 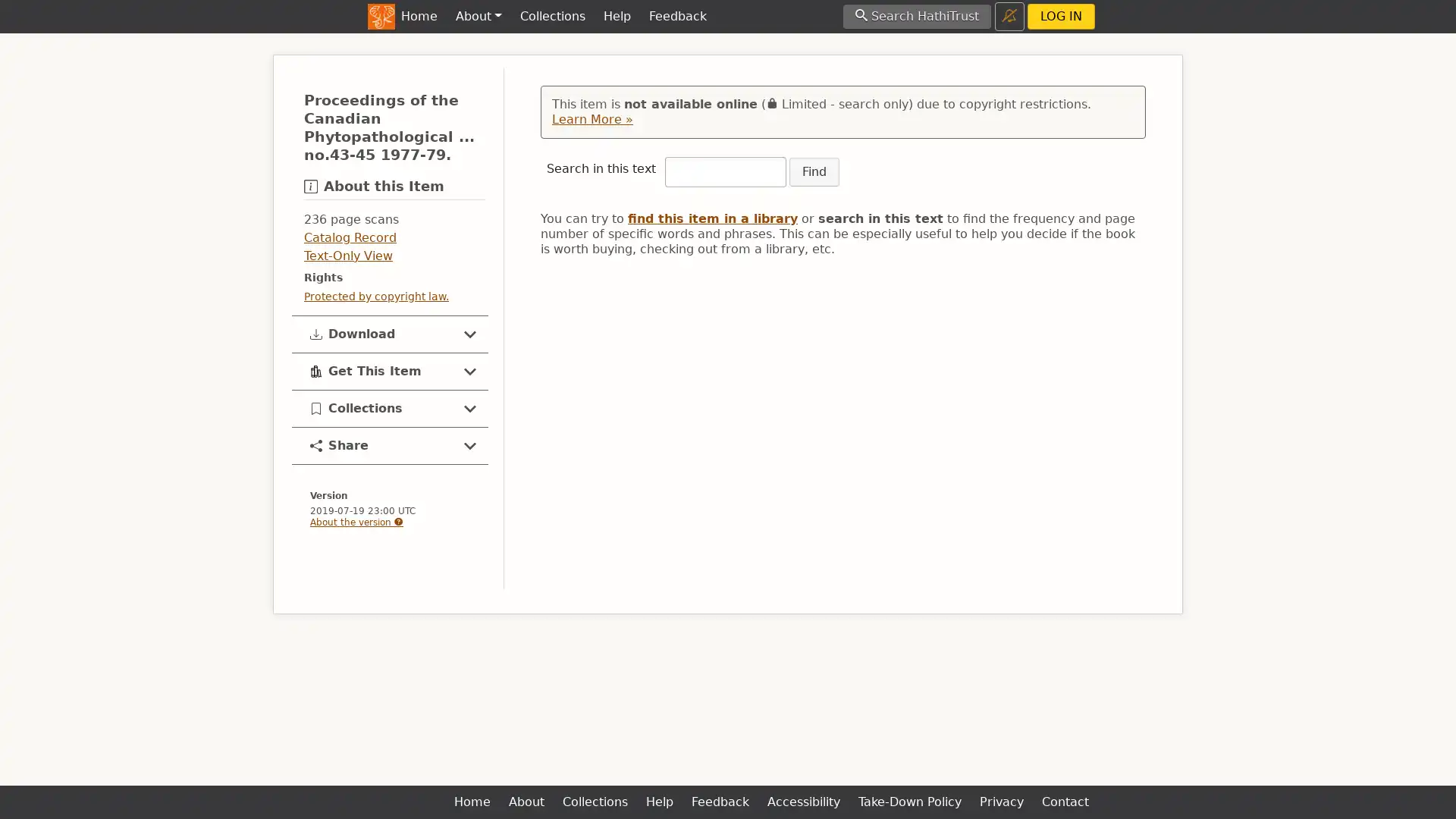 I want to click on Toggle Notifications, so click(x=1009, y=16).